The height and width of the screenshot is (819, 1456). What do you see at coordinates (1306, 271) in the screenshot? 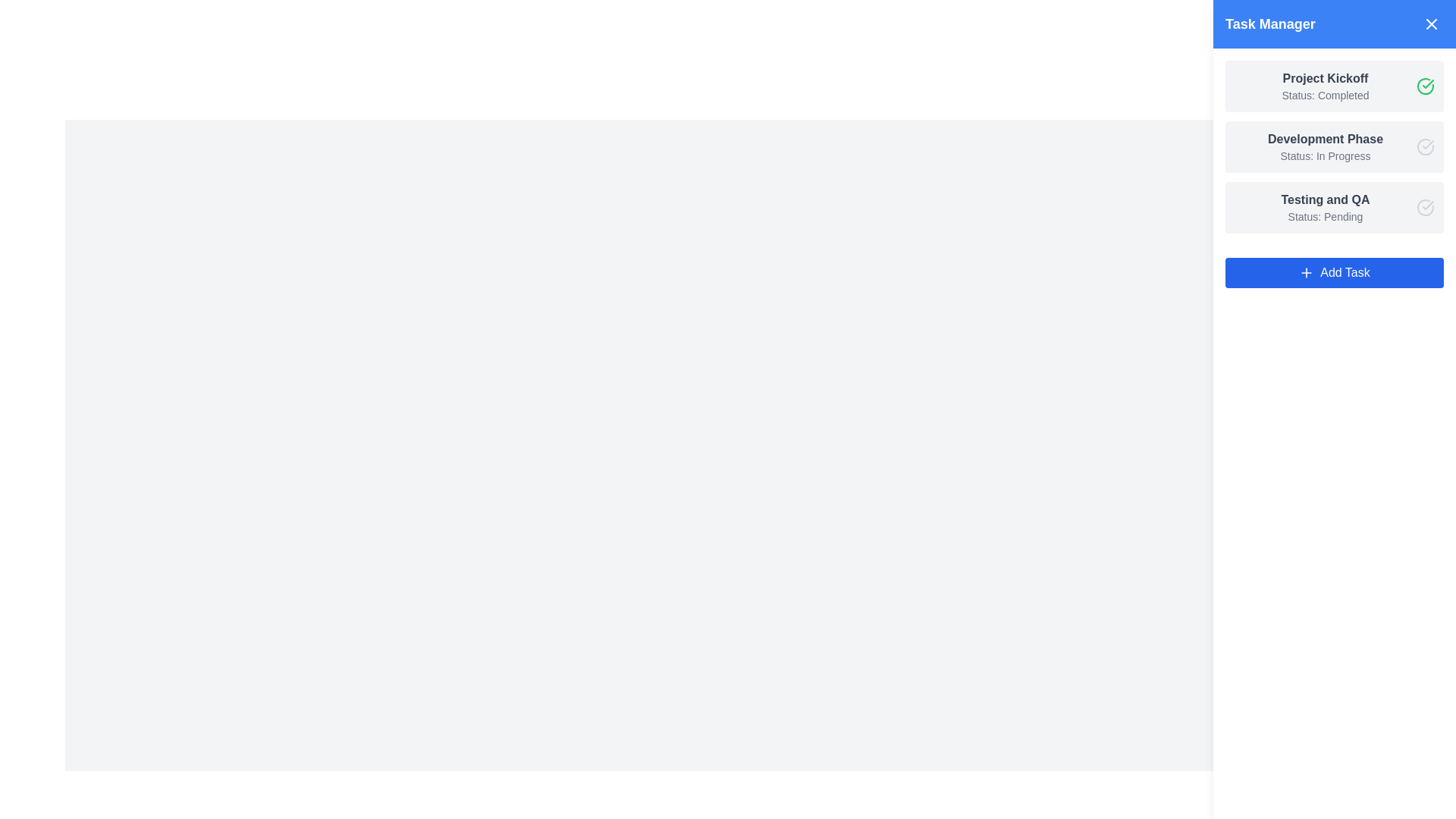
I see `the blue '+' SVG graphic icon within the 'Add Task' button` at bounding box center [1306, 271].